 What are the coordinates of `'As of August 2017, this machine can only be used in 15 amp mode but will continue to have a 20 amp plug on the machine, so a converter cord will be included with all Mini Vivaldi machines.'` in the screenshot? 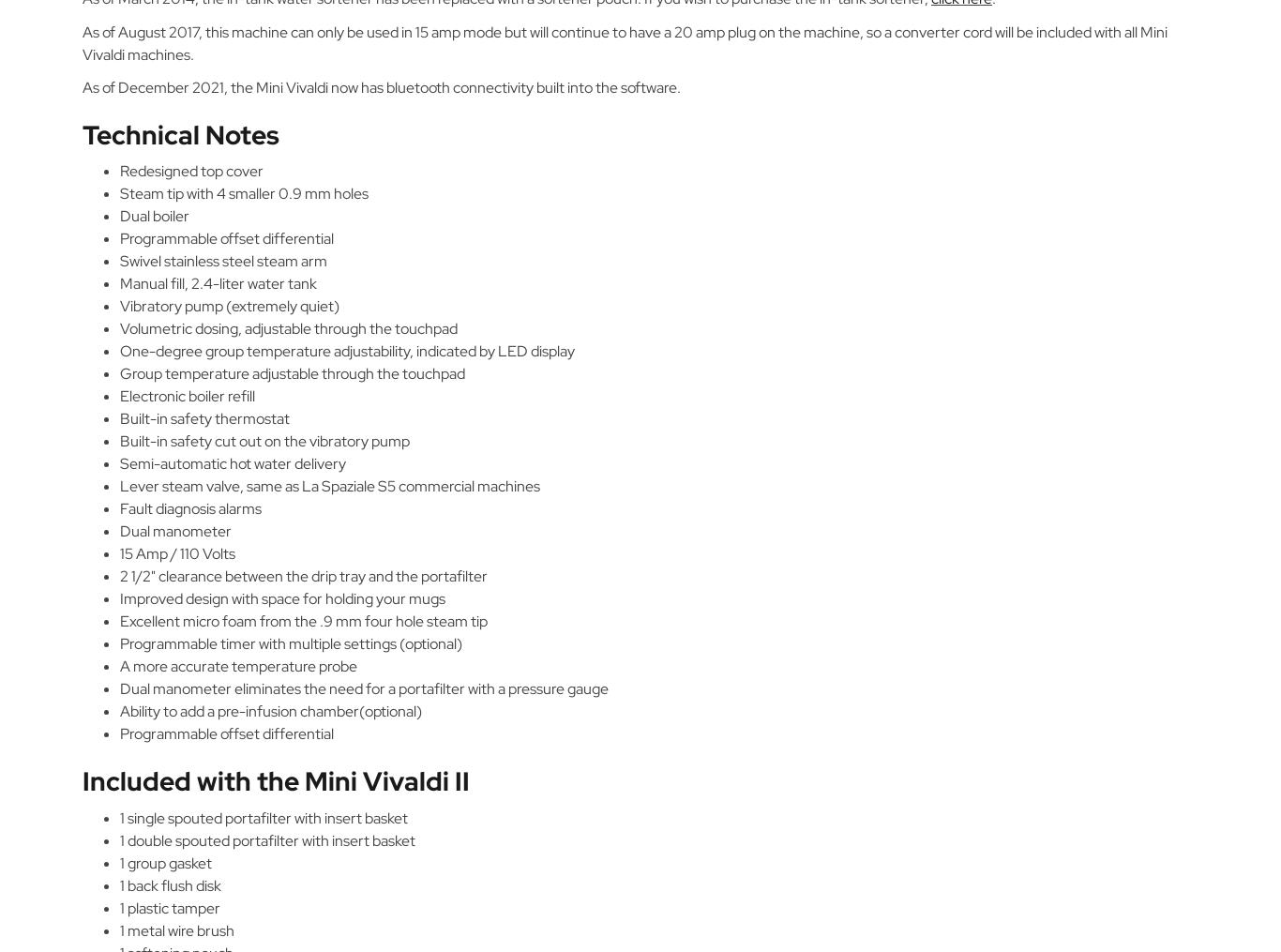 It's located at (624, 41).